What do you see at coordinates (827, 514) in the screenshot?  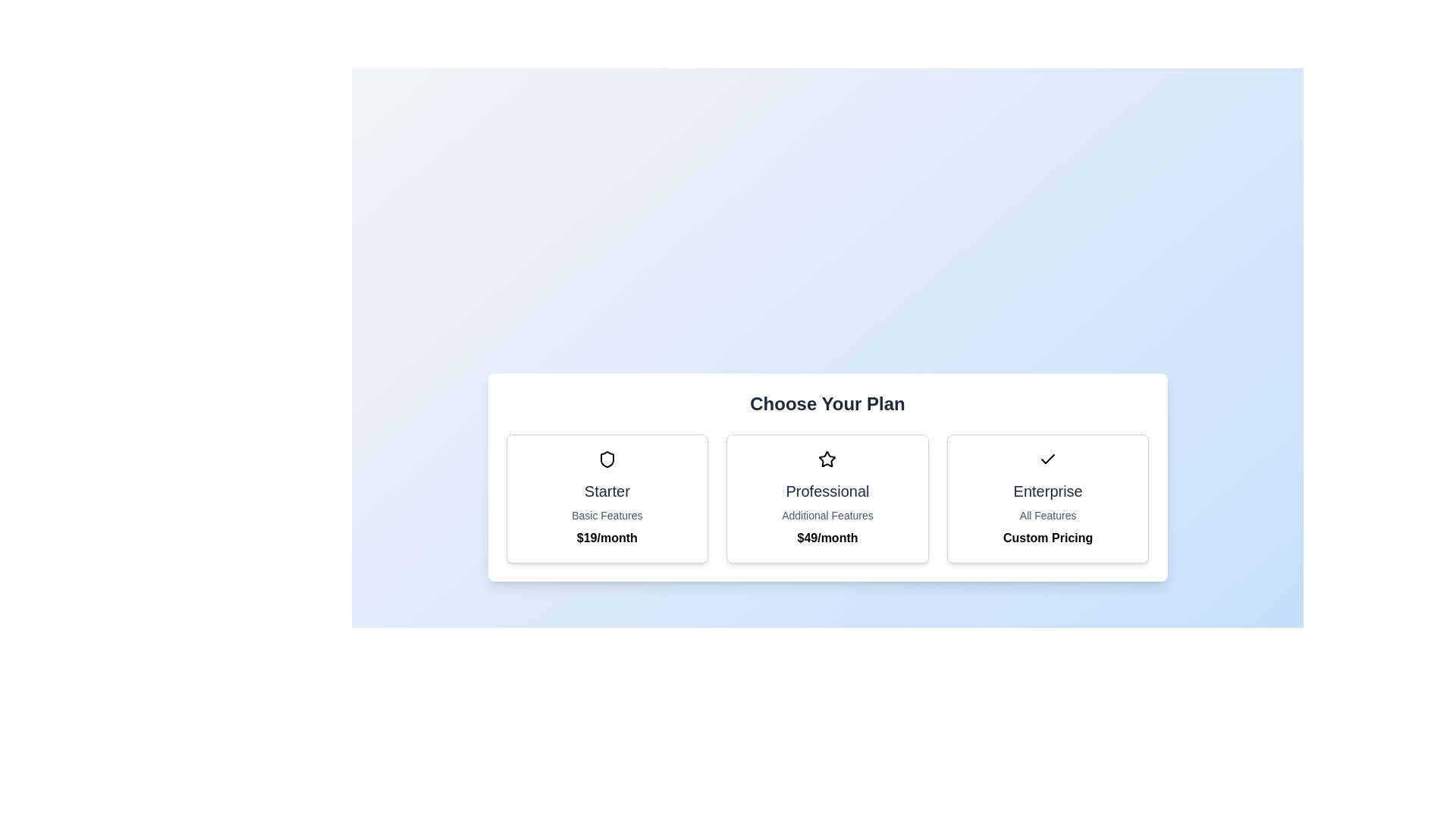 I see `the 'Additional Features' text label, which is styled in gray and positioned below the 'Professional' text and above the '$49/month' text within the 'Professional' plan card` at bounding box center [827, 514].